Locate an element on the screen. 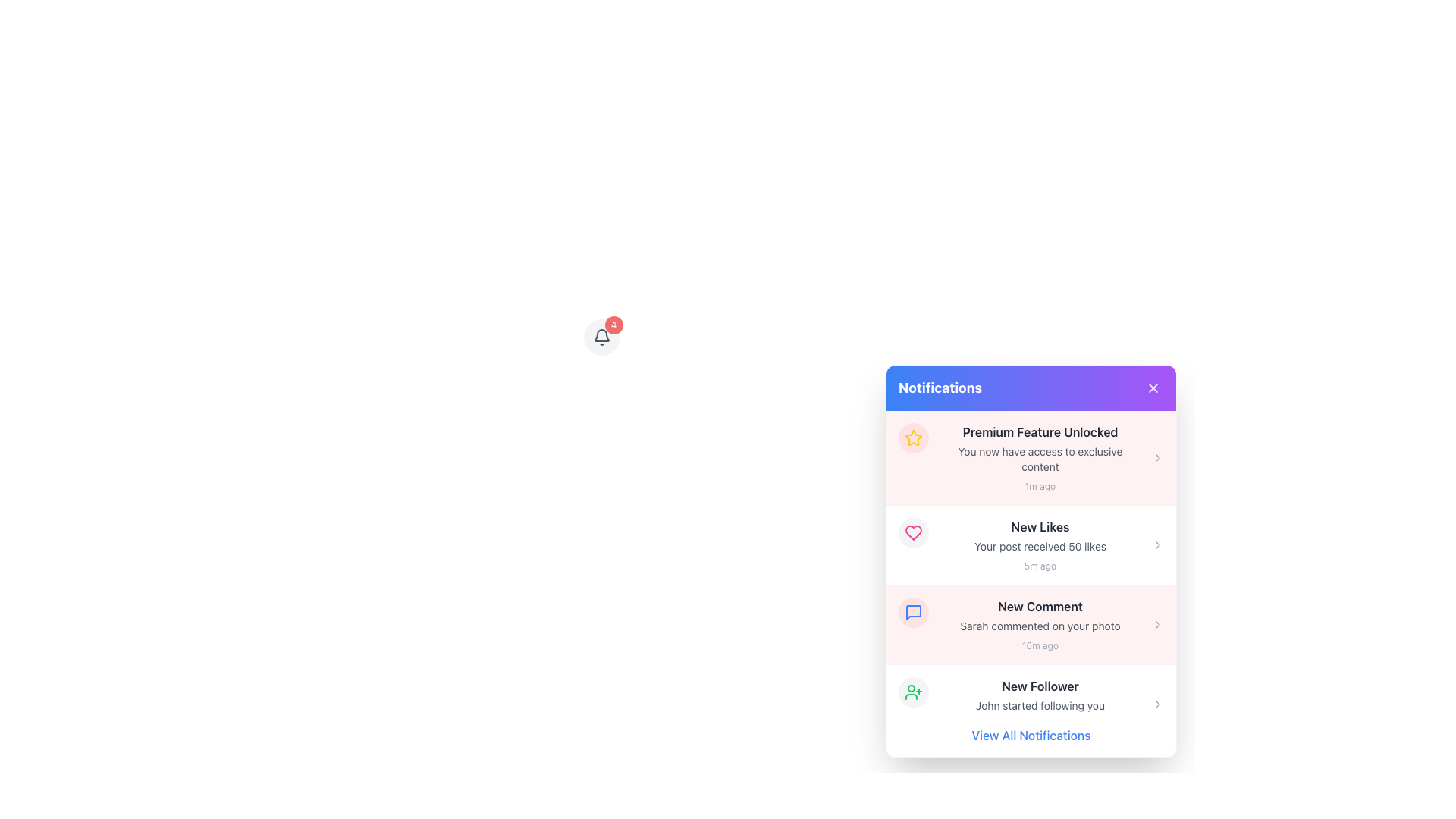  the text label indicating a new comment notification is located at coordinates (1040, 605).